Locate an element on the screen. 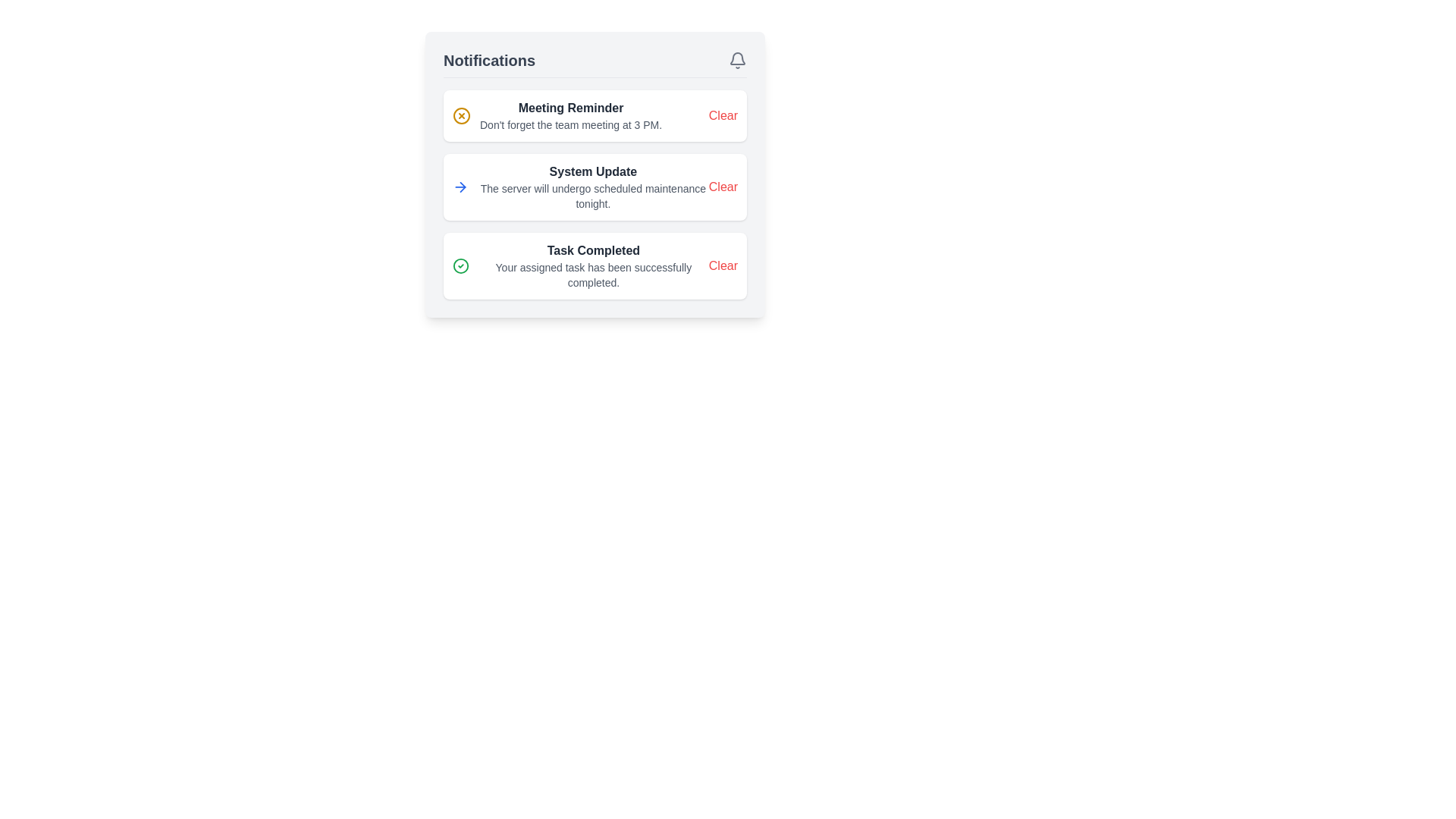 The image size is (1456, 819). the non-interactive notification about an upcoming meeting at 3 PM, which is the first notification item under the 'Notifications' heading is located at coordinates (556, 115).